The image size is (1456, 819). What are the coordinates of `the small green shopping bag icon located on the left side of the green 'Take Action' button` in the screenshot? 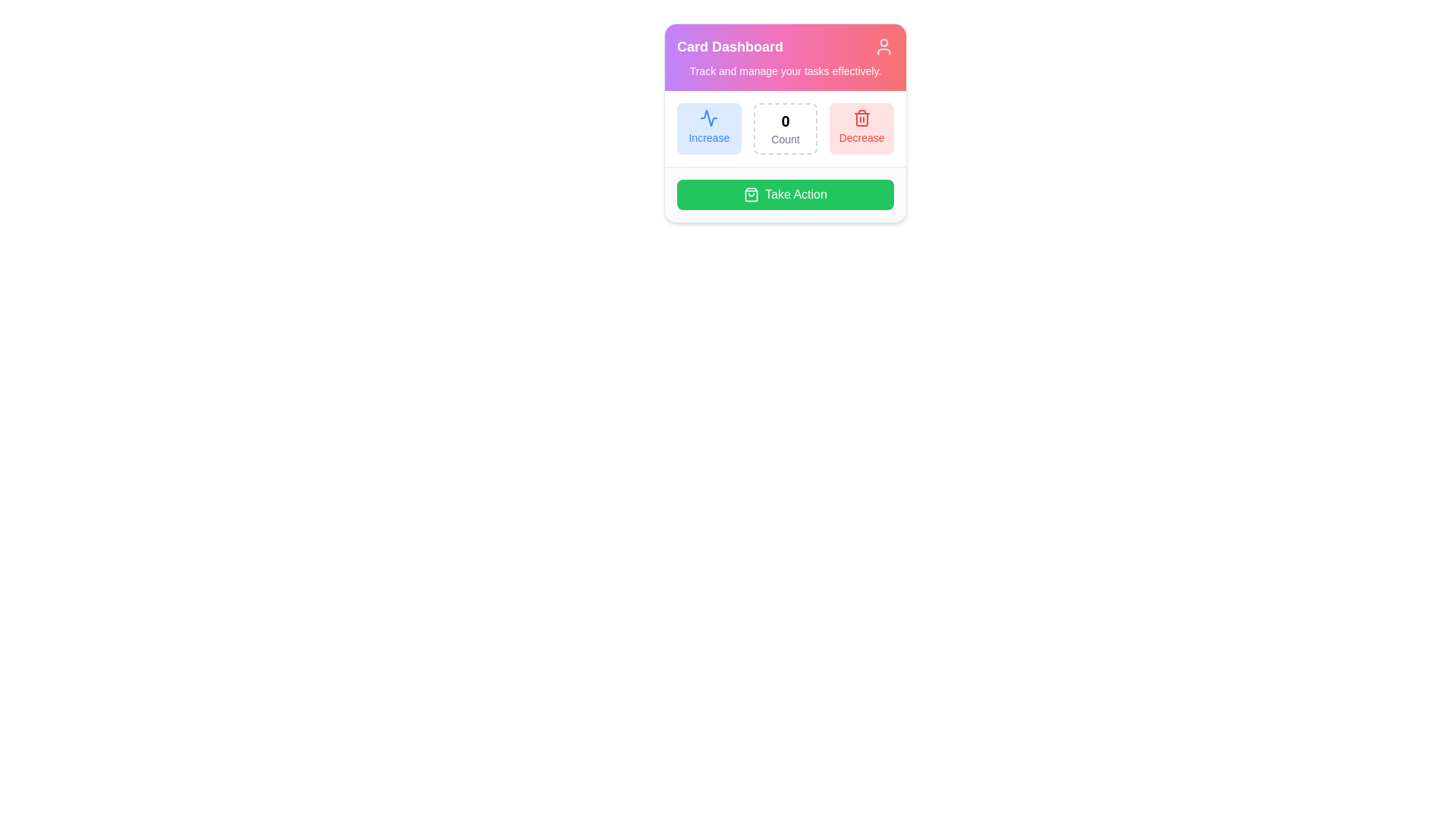 It's located at (752, 194).